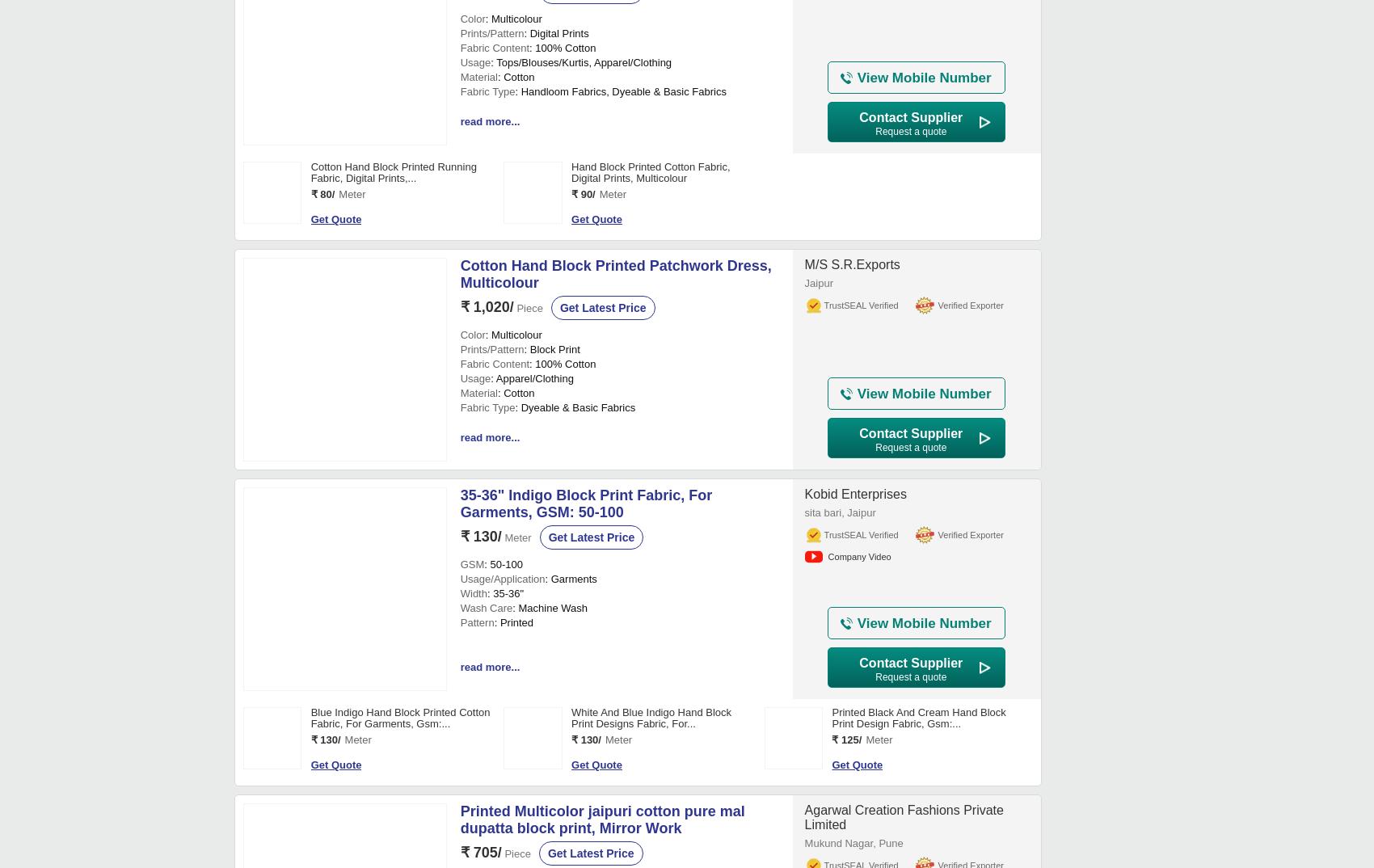  Describe the element at coordinates (516, 572) in the screenshot. I see `':  Cotton'` at that location.